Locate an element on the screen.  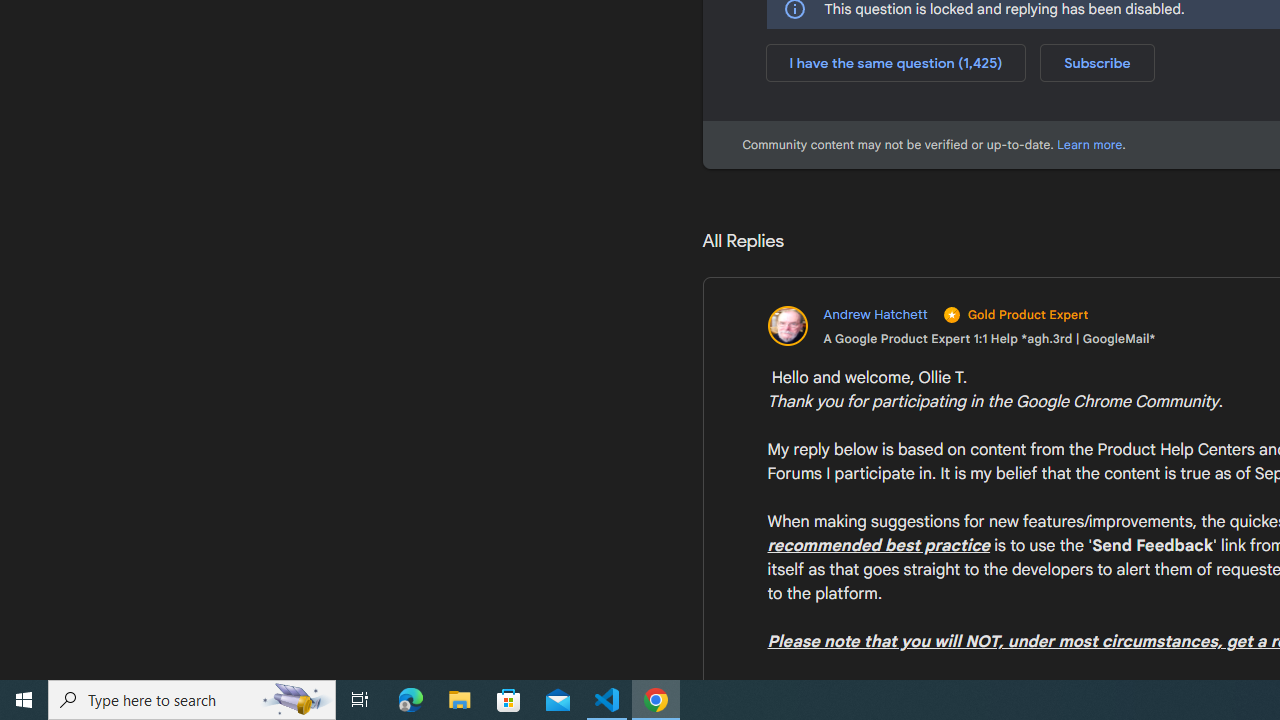
'Subscribe' is located at coordinates (1096, 61).